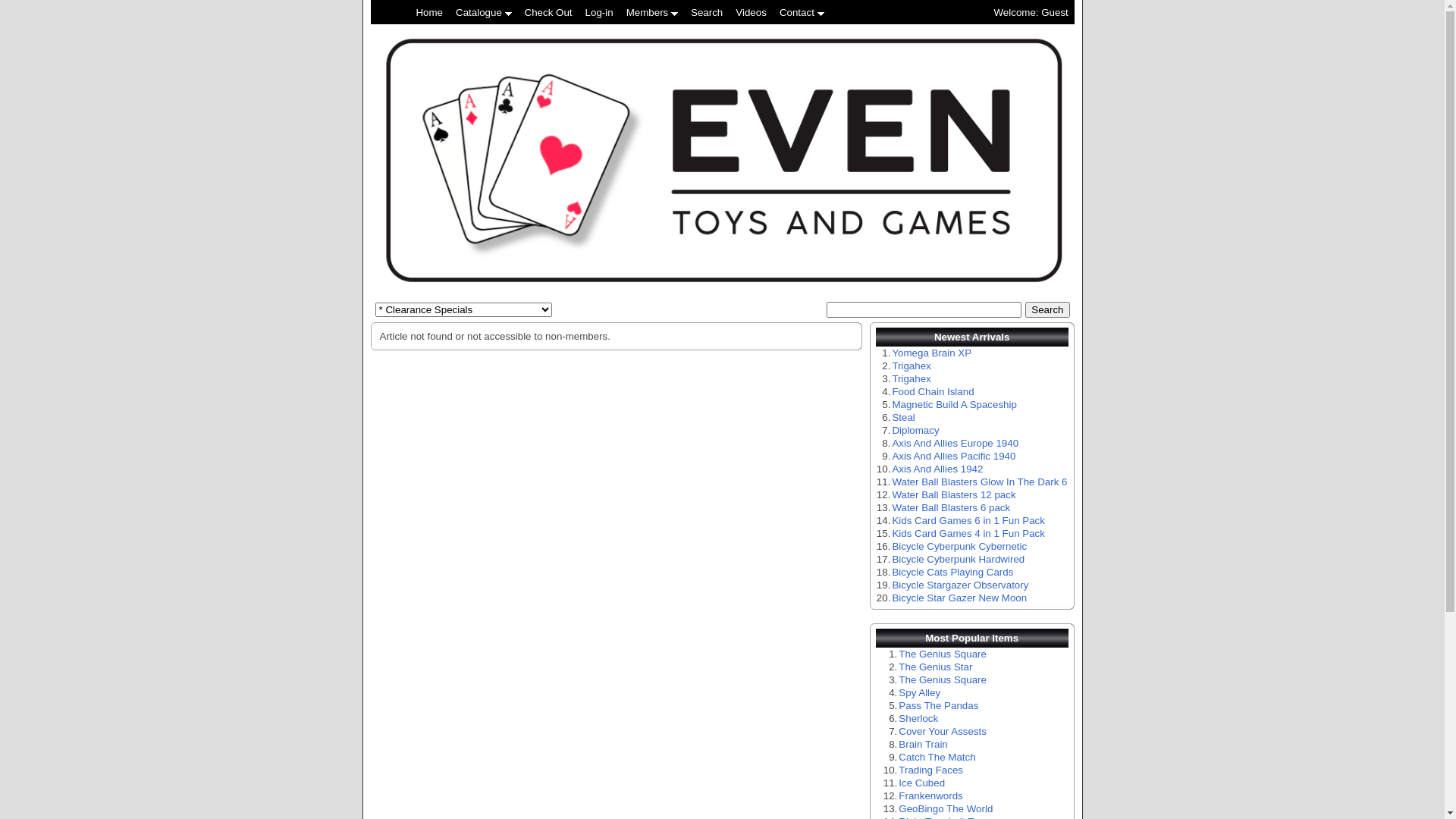 This screenshot has height=819, width=1456. Describe the element at coordinates (942, 730) in the screenshot. I see `'Cover Your Assests'` at that location.